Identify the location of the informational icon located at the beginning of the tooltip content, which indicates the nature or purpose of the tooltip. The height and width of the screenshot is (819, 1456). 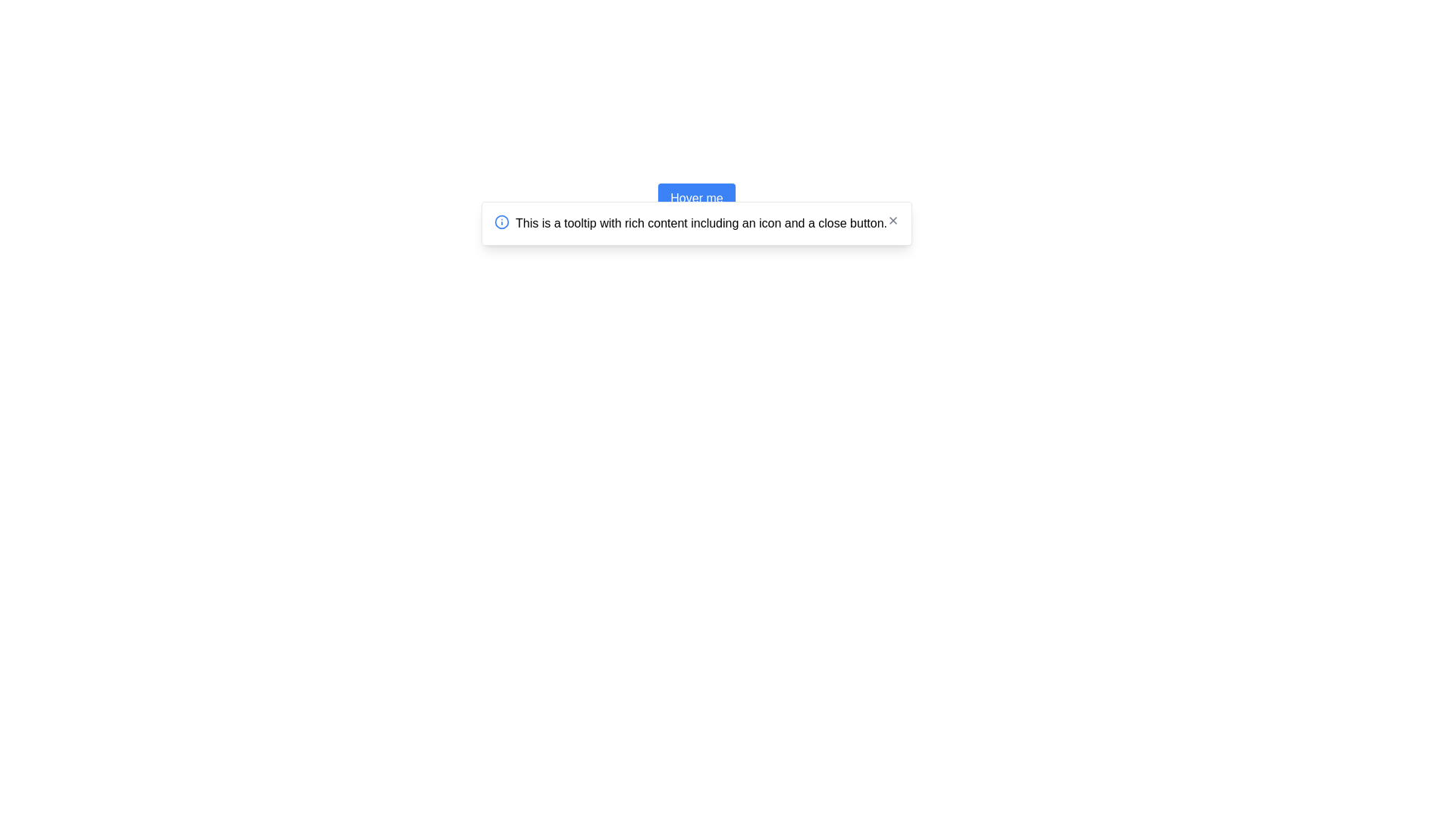
(502, 222).